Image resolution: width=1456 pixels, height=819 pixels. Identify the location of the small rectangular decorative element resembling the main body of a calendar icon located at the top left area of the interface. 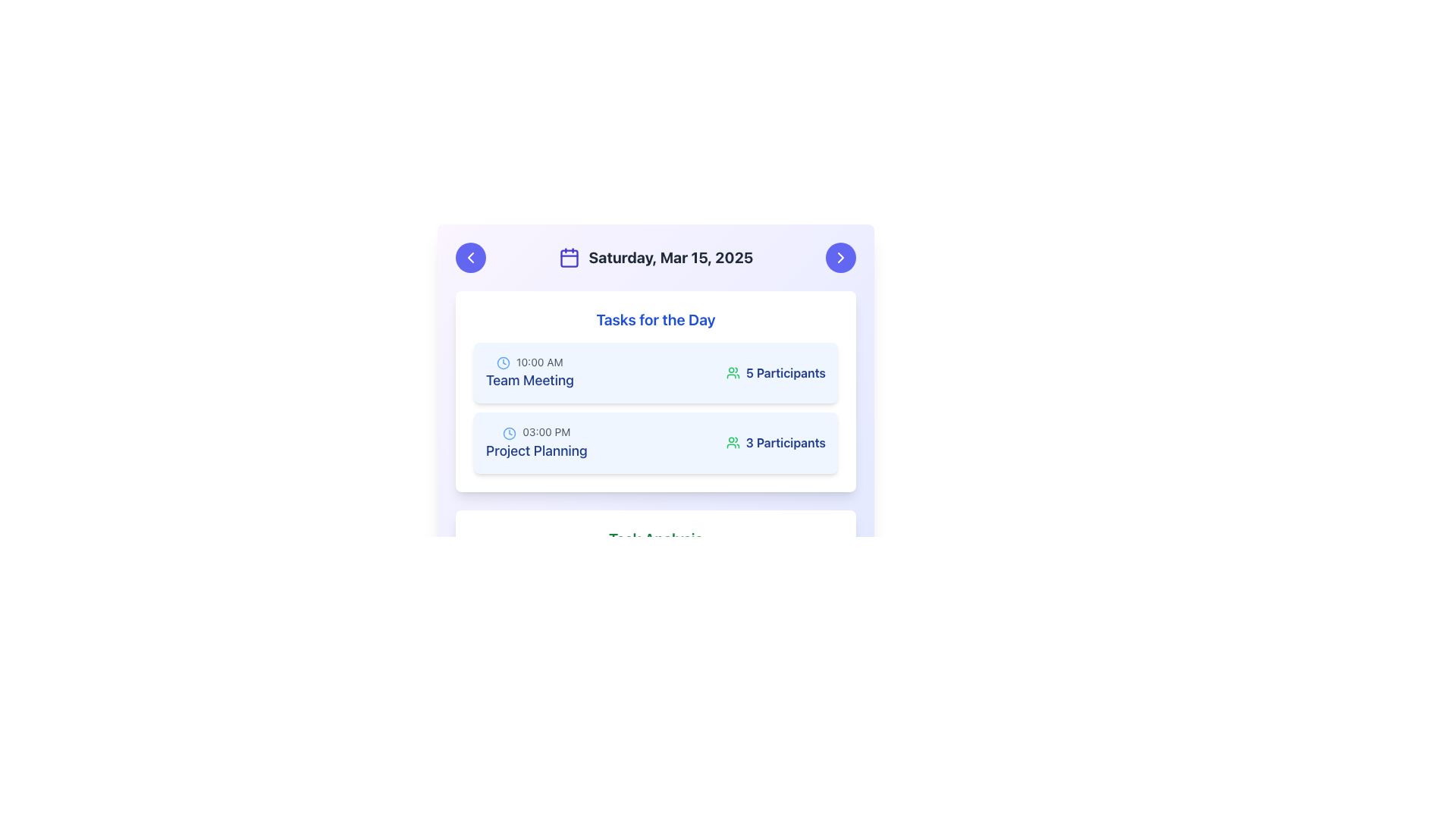
(568, 258).